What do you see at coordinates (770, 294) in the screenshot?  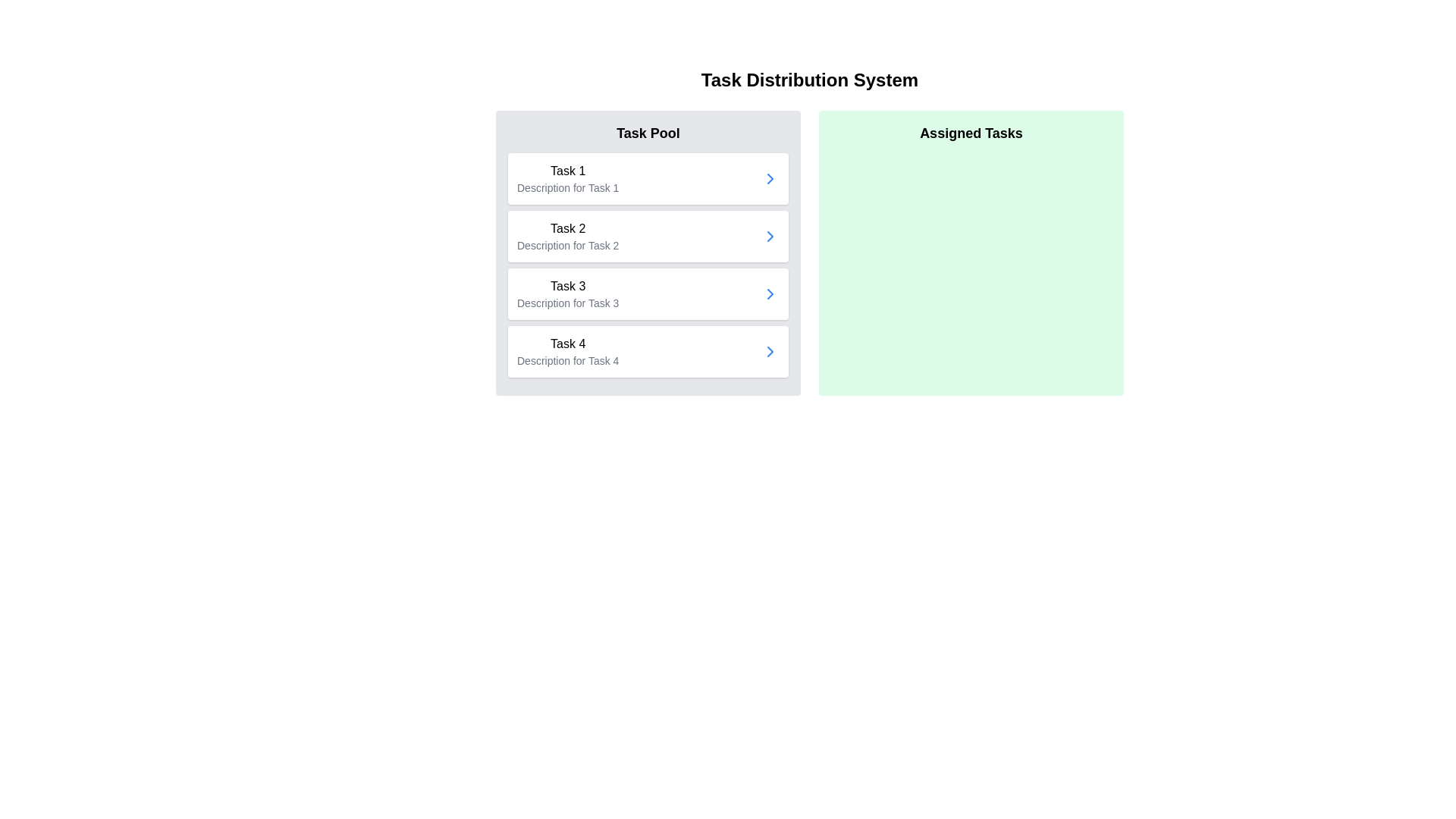 I see `the third right-pointing chevron icon located within the 'Task Pool' list under the 'Task 3' card` at bounding box center [770, 294].